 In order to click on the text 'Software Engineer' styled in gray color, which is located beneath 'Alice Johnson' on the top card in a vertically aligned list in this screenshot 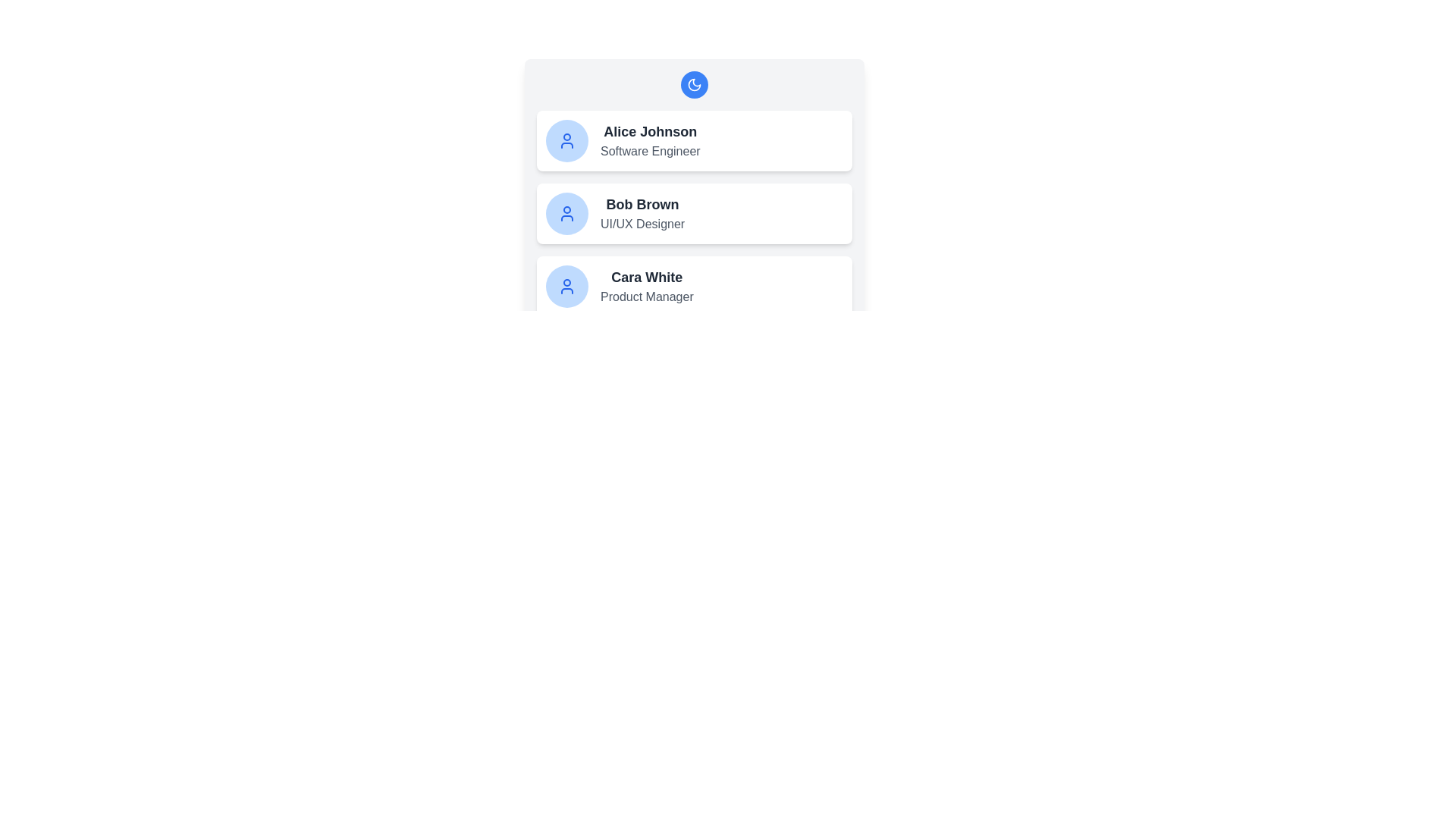, I will do `click(650, 152)`.